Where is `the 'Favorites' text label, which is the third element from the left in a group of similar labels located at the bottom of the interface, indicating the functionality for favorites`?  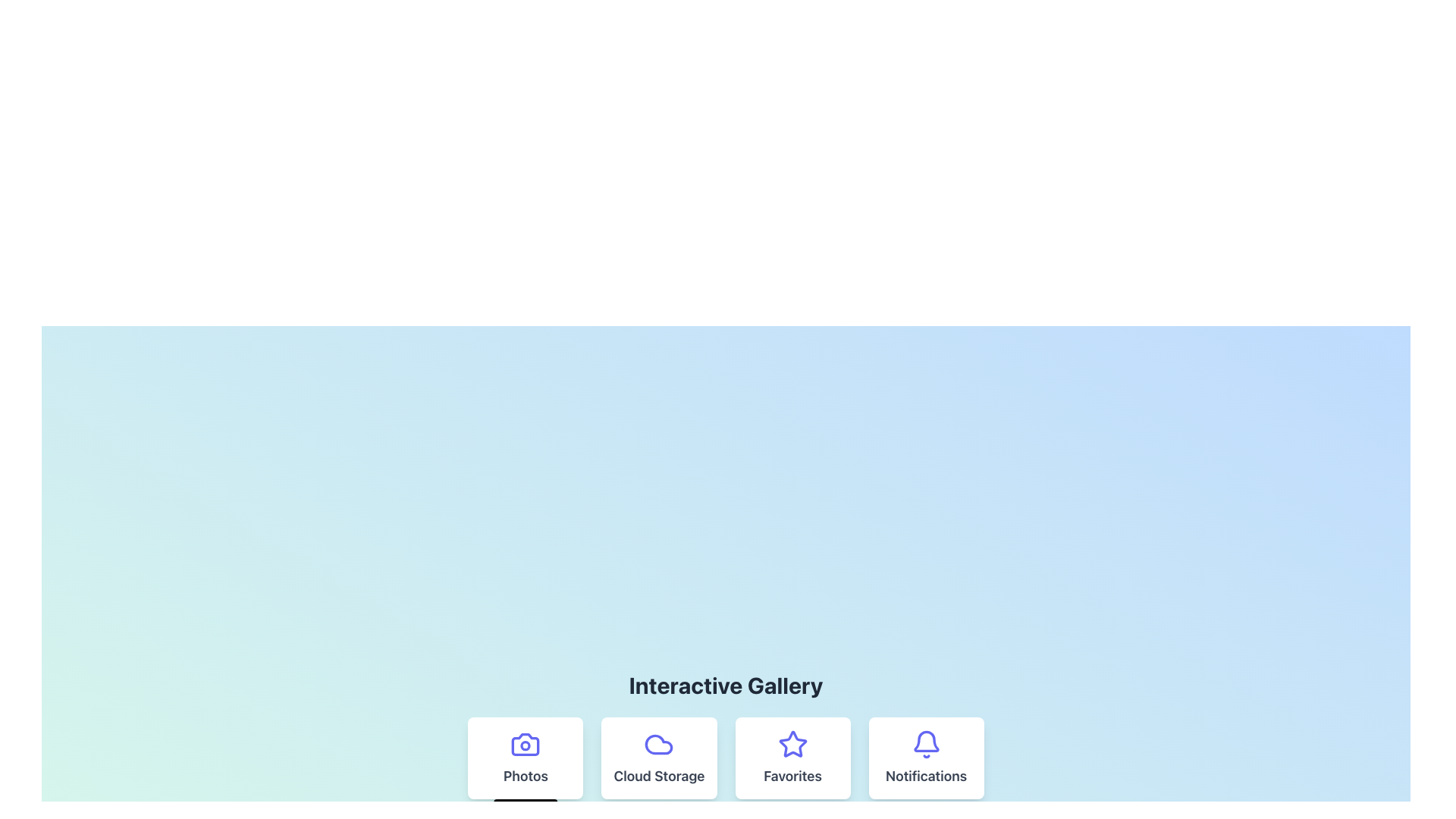
the 'Favorites' text label, which is the third element from the left in a group of similar labels located at the bottom of the interface, indicating the functionality for favorites is located at coordinates (792, 776).